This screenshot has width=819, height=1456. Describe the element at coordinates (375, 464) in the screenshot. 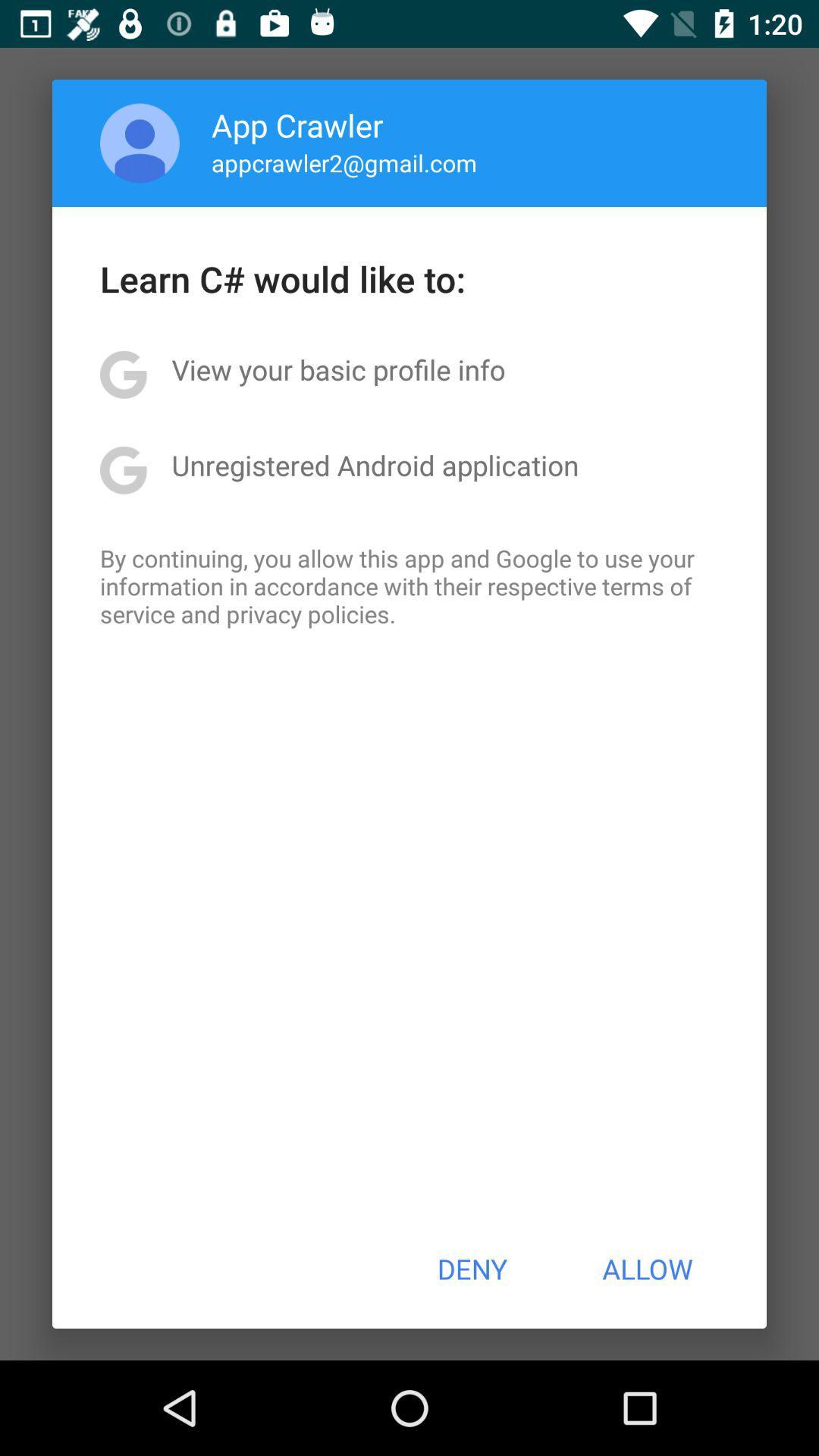

I see `the unregistered android application icon` at that location.